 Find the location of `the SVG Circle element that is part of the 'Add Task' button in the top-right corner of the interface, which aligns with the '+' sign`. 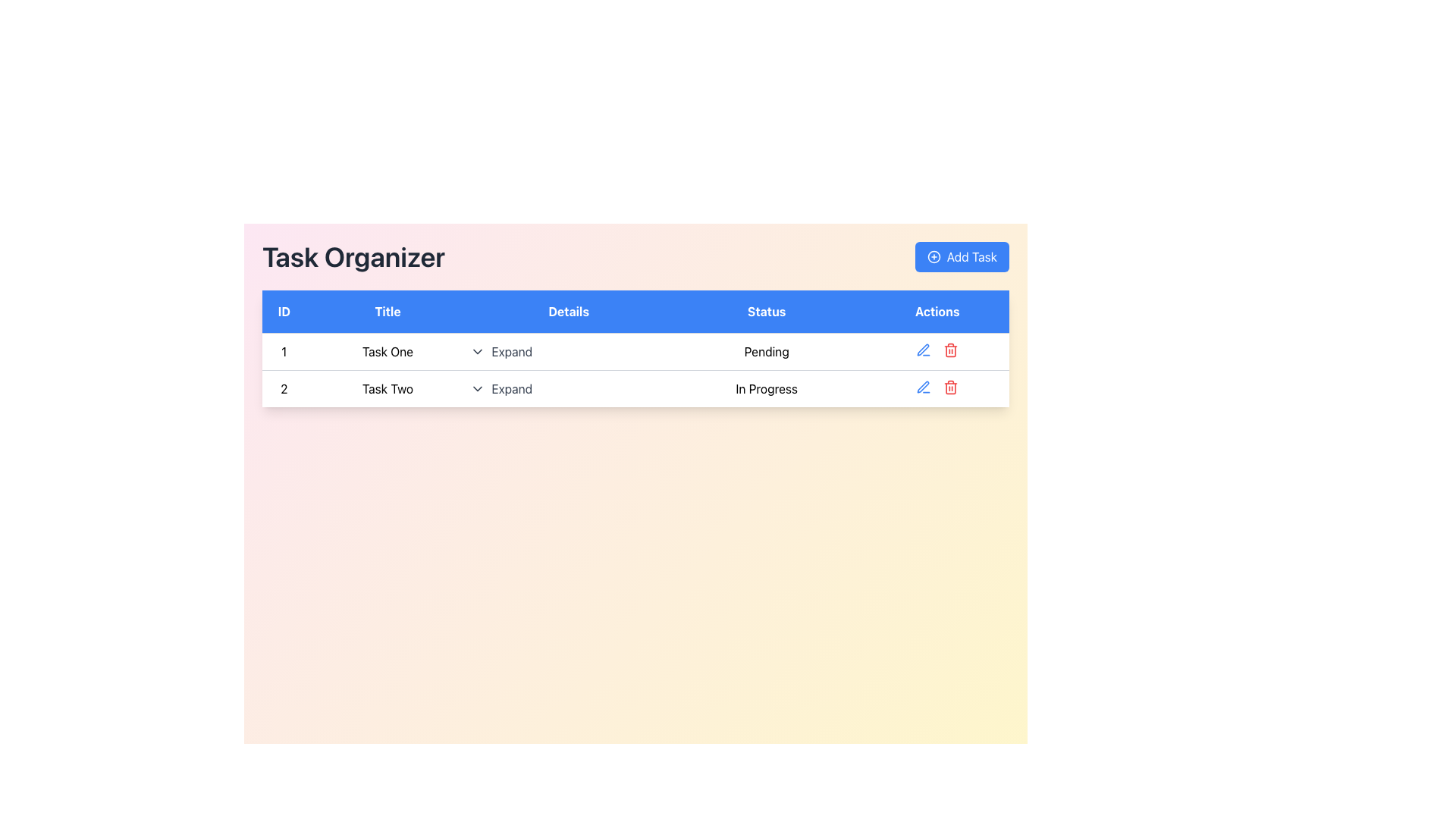

the SVG Circle element that is part of the 'Add Task' button in the top-right corner of the interface, which aligns with the '+' sign is located at coordinates (933, 256).